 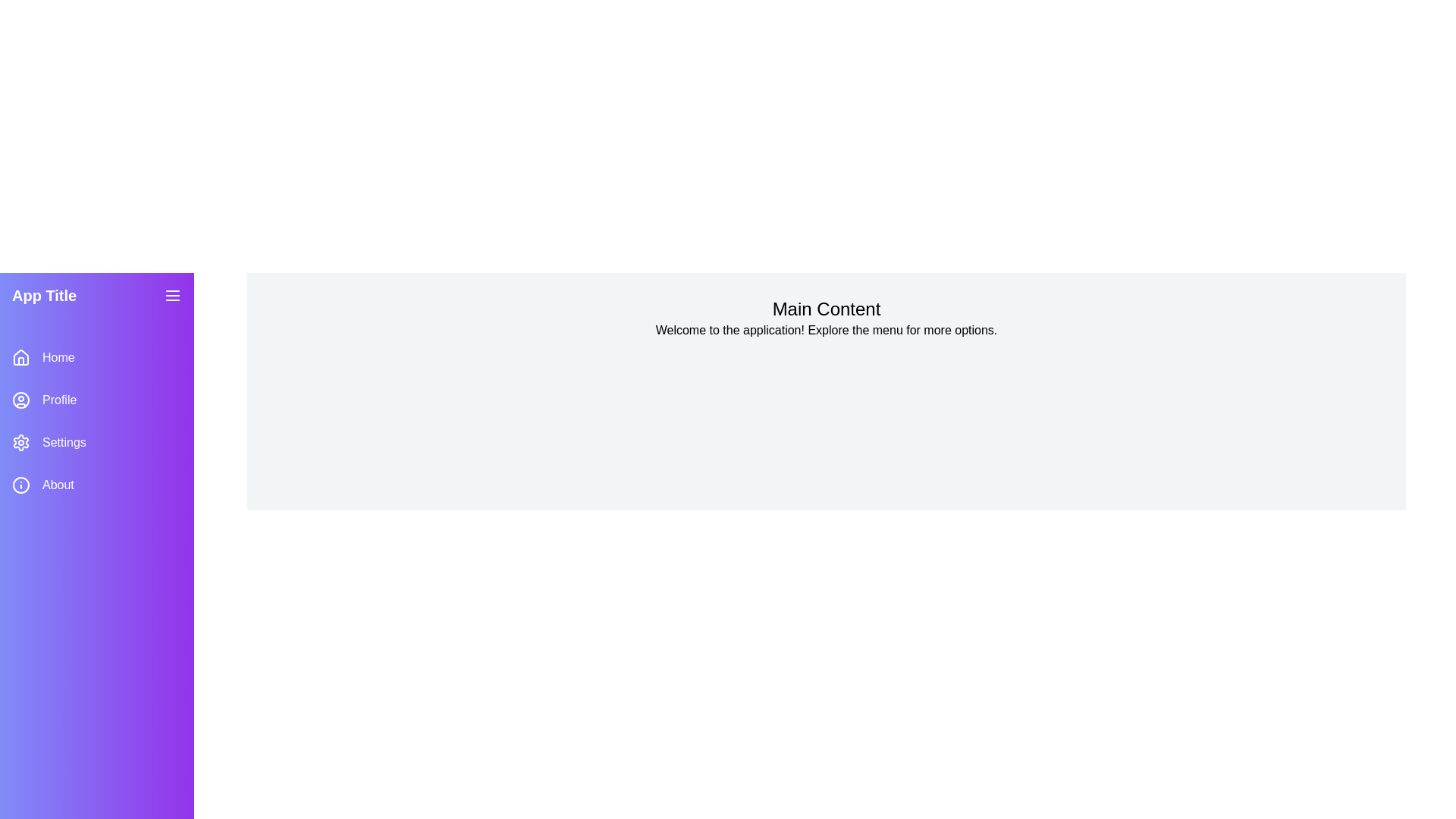 What do you see at coordinates (96, 400) in the screenshot?
I see `the sidebar menu item labeled Profile` at bounding box center [96, 400].